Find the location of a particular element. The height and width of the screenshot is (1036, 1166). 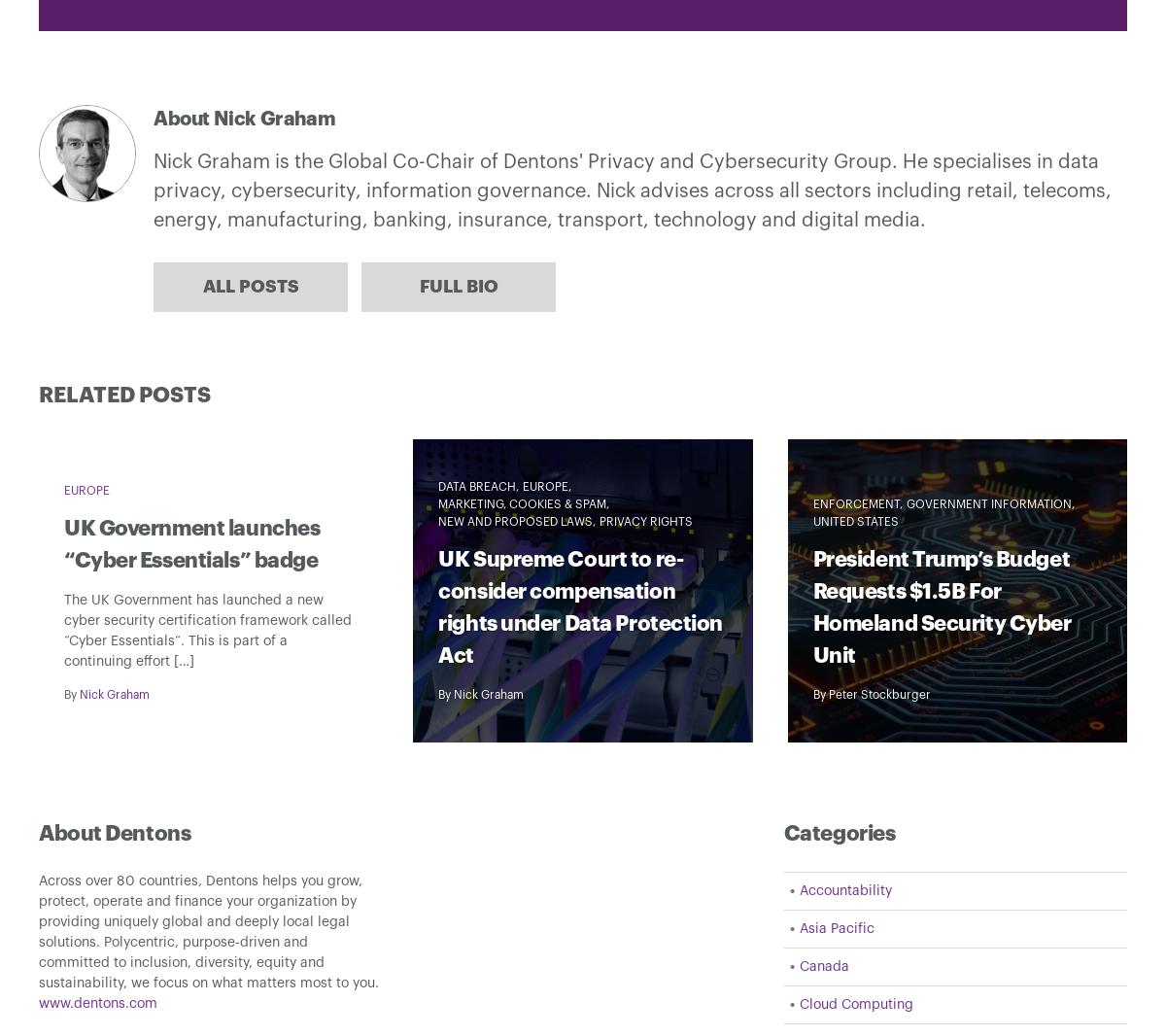

'Nick Graham is the Global Co-Chair of Dentons' Privacy and Cybersecurity Group. He specialises in data privacy, cybersecurity, information governance. Nick advises across all sectors including retail, telecoms, energy, manufacturing, banking, insurance, transport, technology and digital media.' is located at coordinates (633, 190).